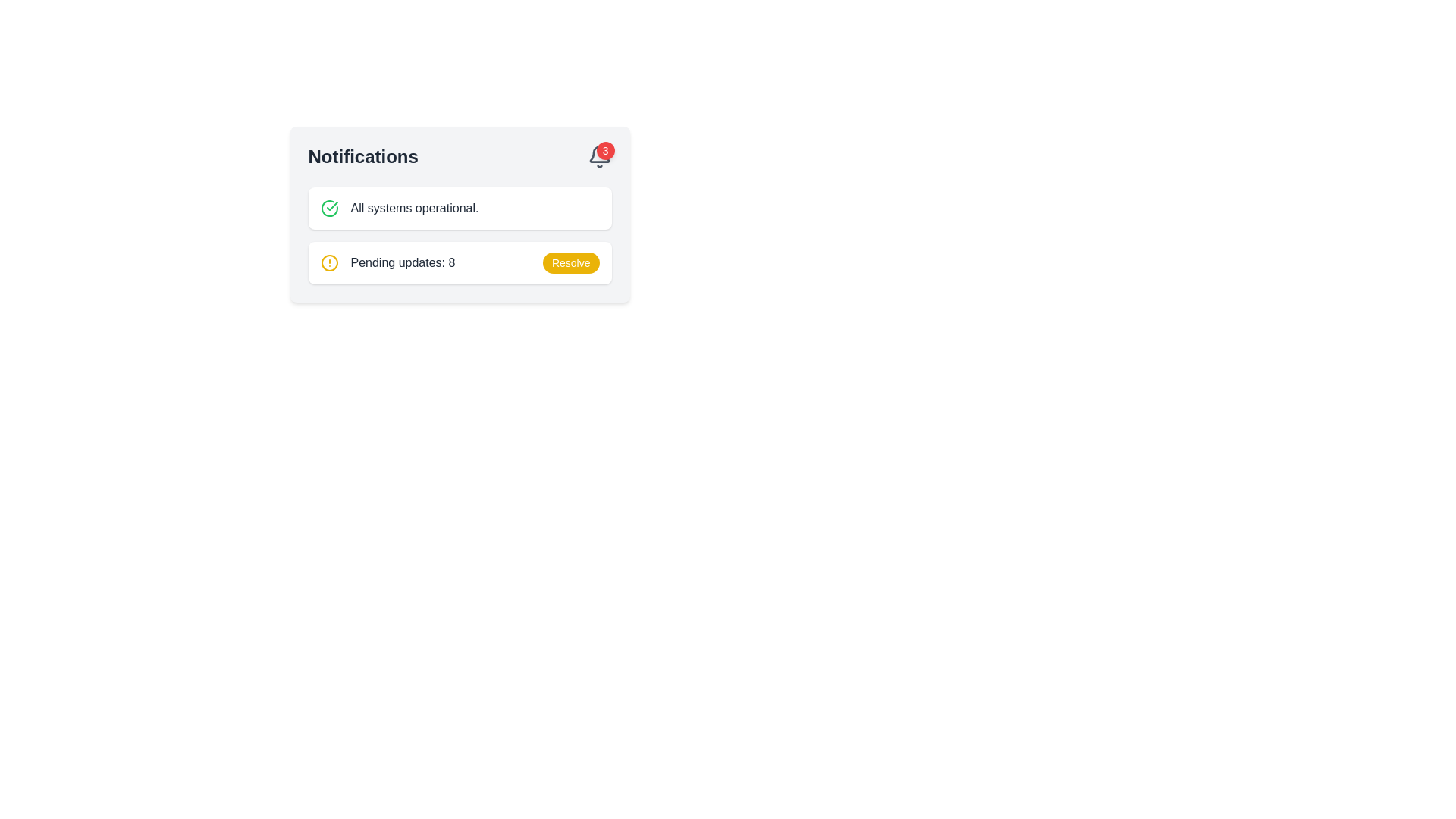 Image resolution: width=1456 pixels, height=819 pixels. What do you see at coordinates (328, 262) in the screenshot?
I see `the circular yellow outlined icon with an exclamation mark, located in the notification section to the left of the 'Pending updates: 8' description` at bounding box center [328, 262].